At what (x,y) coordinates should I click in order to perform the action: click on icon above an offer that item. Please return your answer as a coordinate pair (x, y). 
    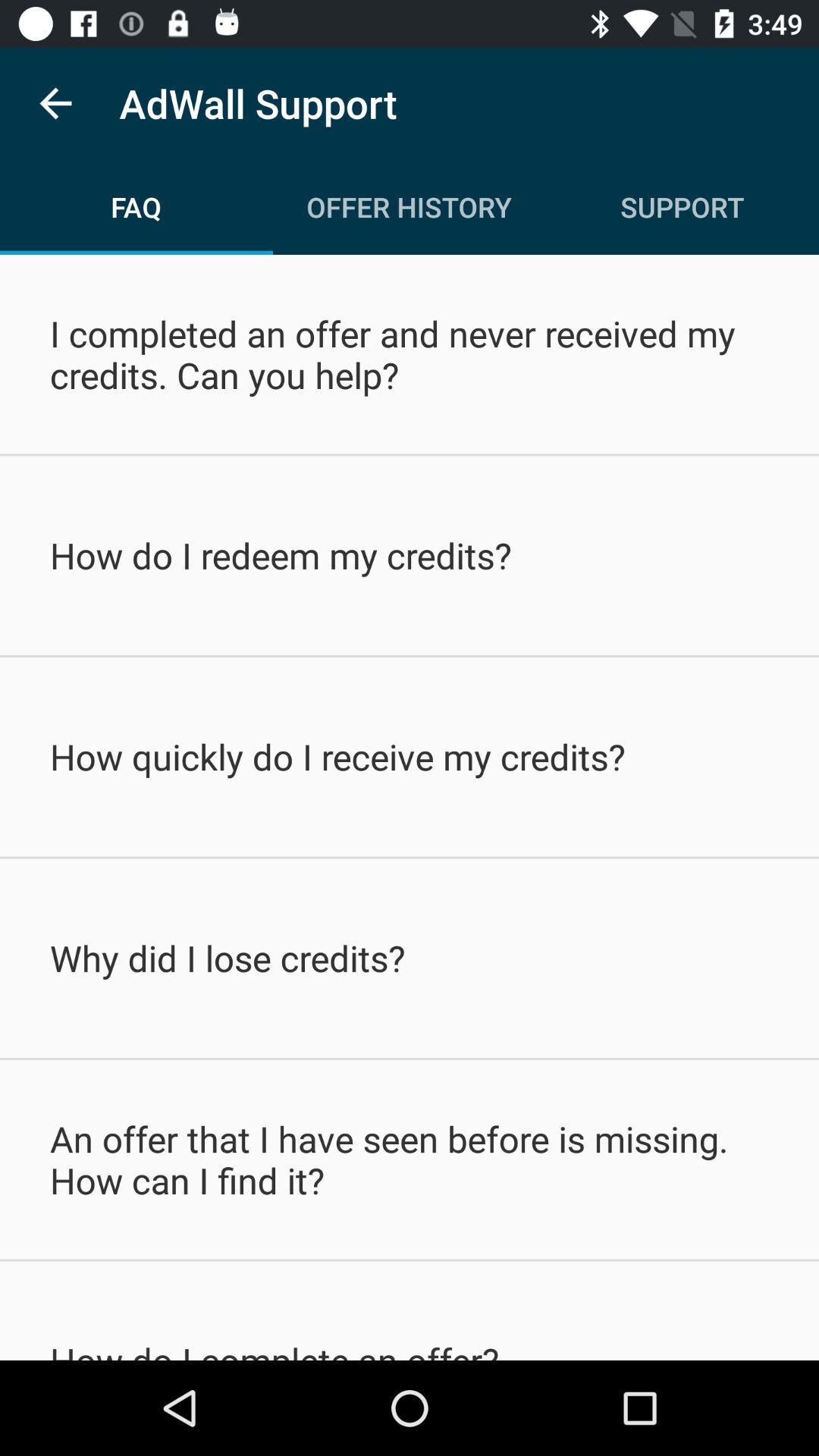
    Looking at the image, I should click on (409, 957).